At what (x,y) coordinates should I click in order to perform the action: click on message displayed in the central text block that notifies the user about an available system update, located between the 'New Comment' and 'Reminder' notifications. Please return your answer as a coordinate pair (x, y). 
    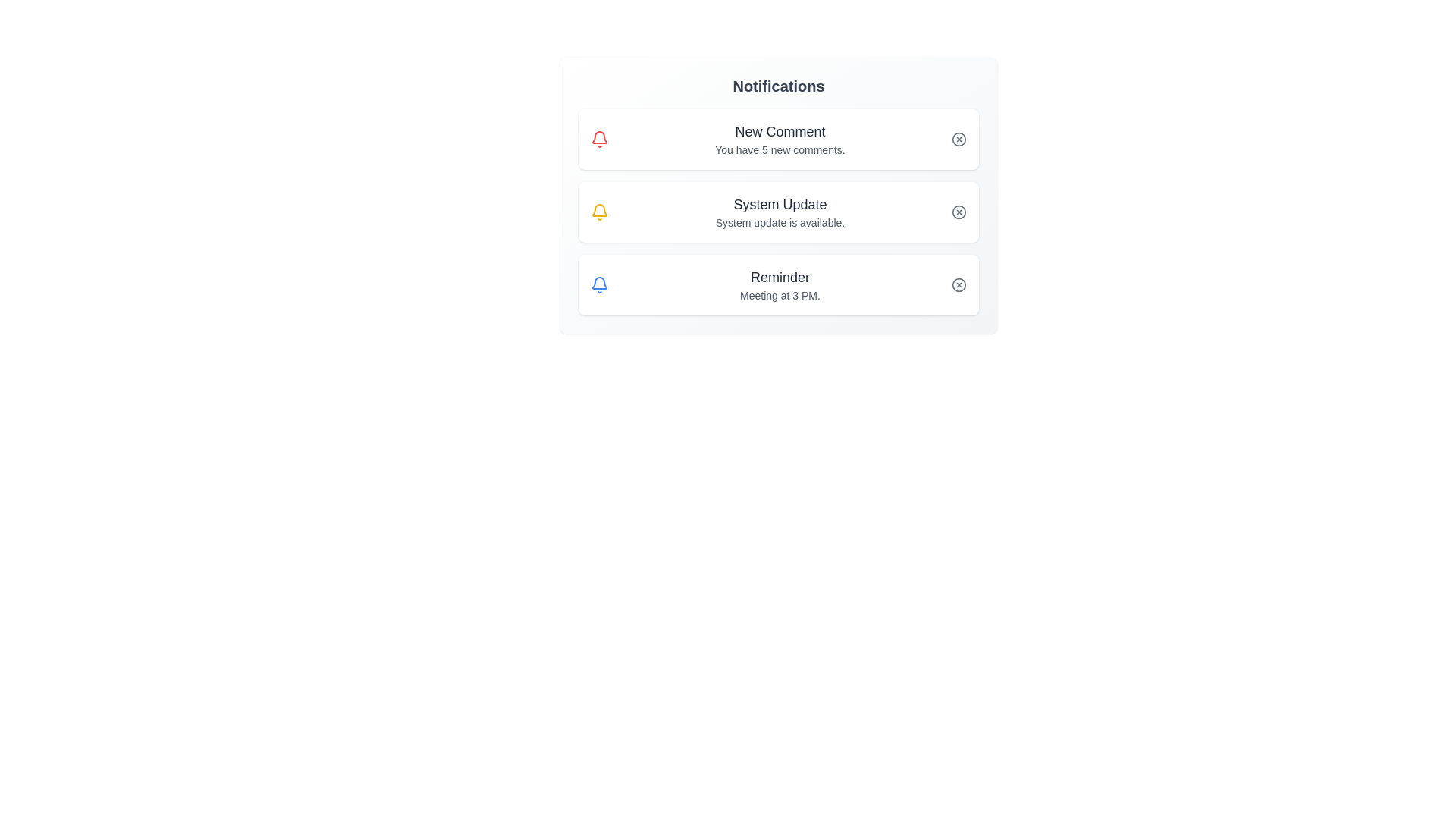
    Looking at the image, I should click on (780, 212).